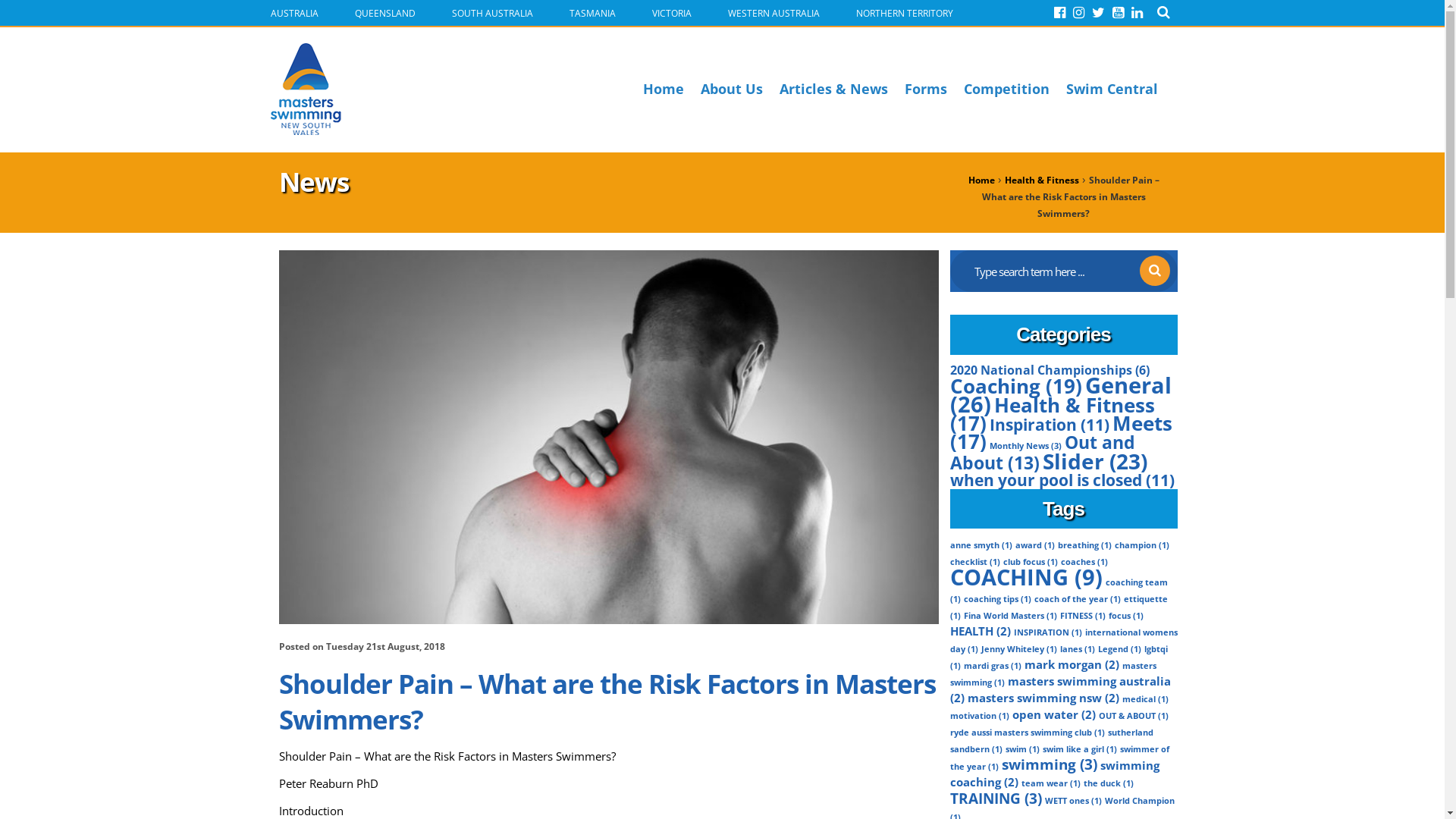 This screenshot has height=819, width=1456. What do you see at coordinates (383, 11) in the screenshot?
I see `'QUEENSLAND'` at bounding box center [383, 11].